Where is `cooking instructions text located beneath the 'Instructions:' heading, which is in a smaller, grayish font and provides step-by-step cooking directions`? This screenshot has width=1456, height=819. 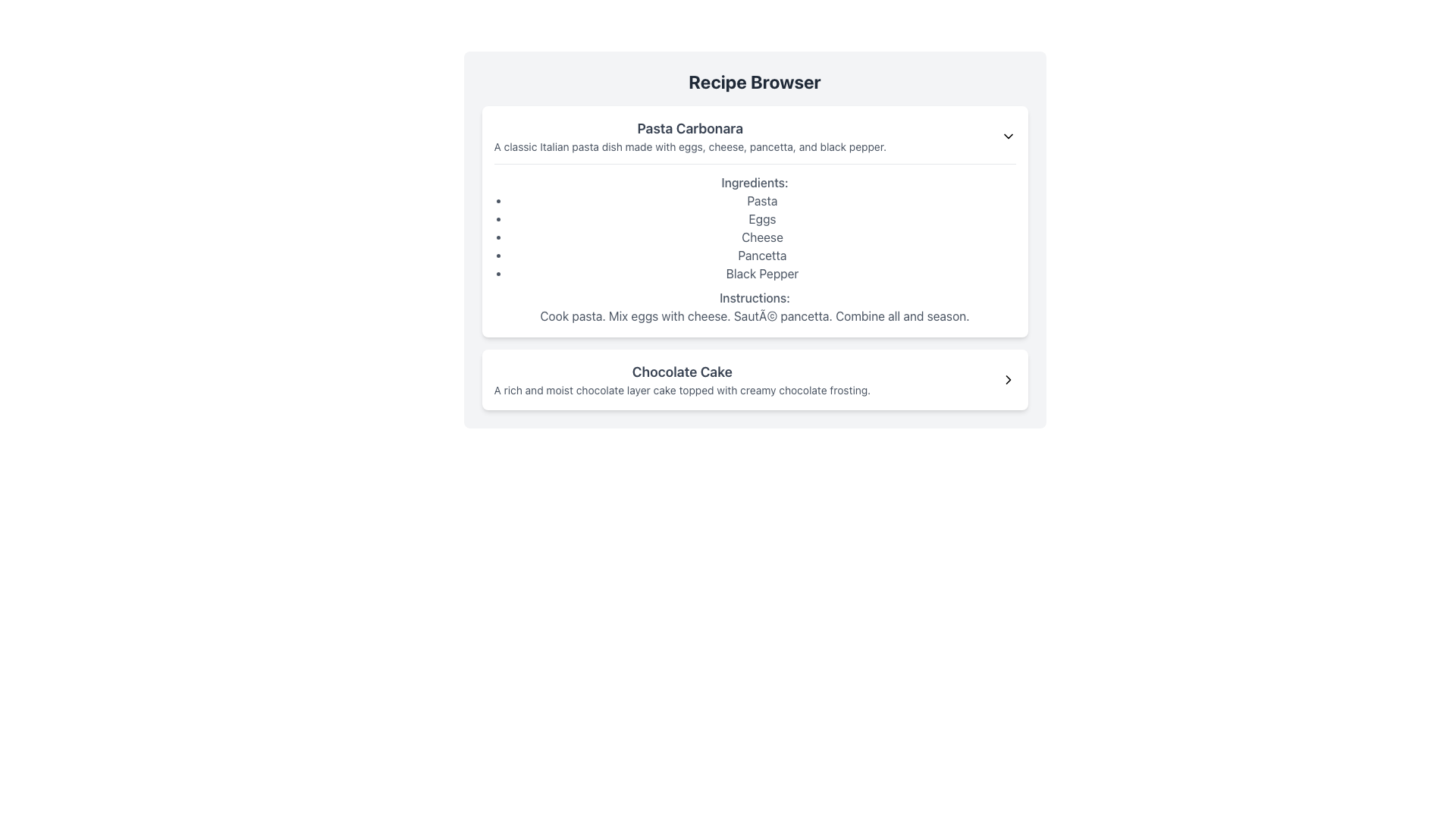
cooking instructions text located beneath the 'Instructions:' heading, which is in a smaller, grayish font and provides step-by-step cooking directions is located at coordinates (755, 315).